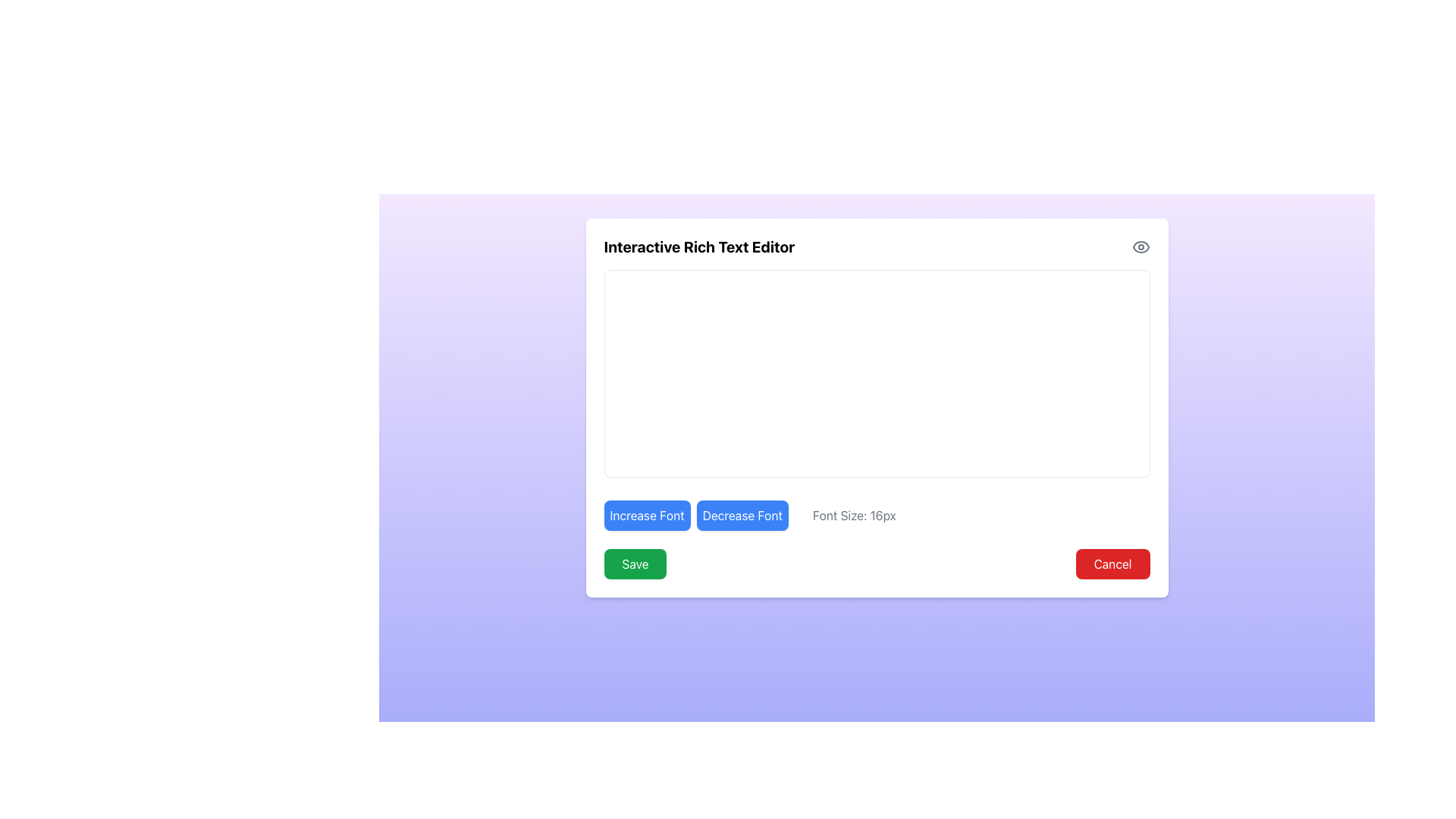 The height and width of the screenshot is (819, 1456). What do you see at coordinates (698, 246) in the screenshot?
I see `the text label displaying 'Interactive Rich Text Editor', which is bold and positioned at the upper part of a panel, aligned to the left side` at bounding box center [698, 246].